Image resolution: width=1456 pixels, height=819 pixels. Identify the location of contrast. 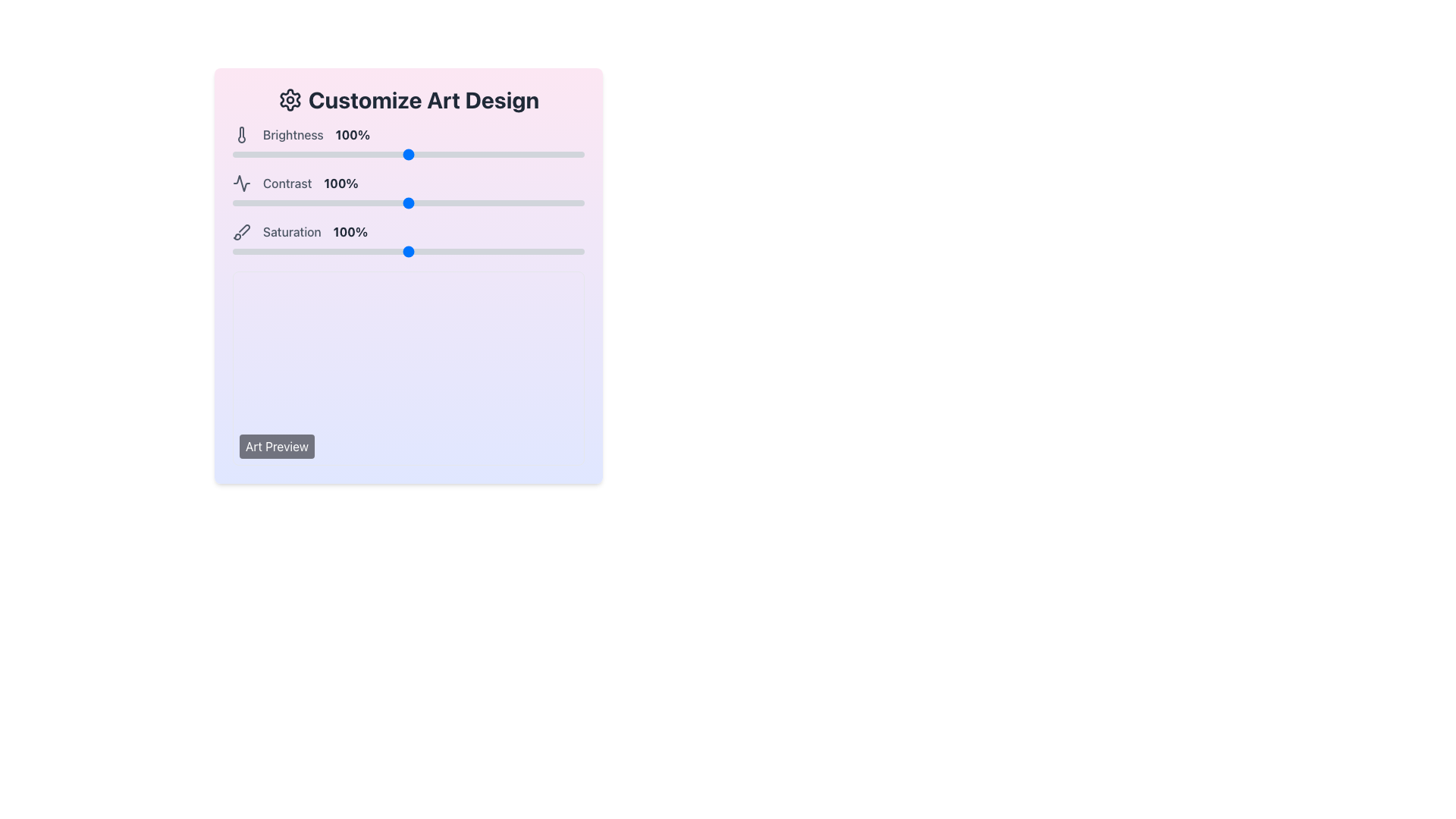
(566, 202).